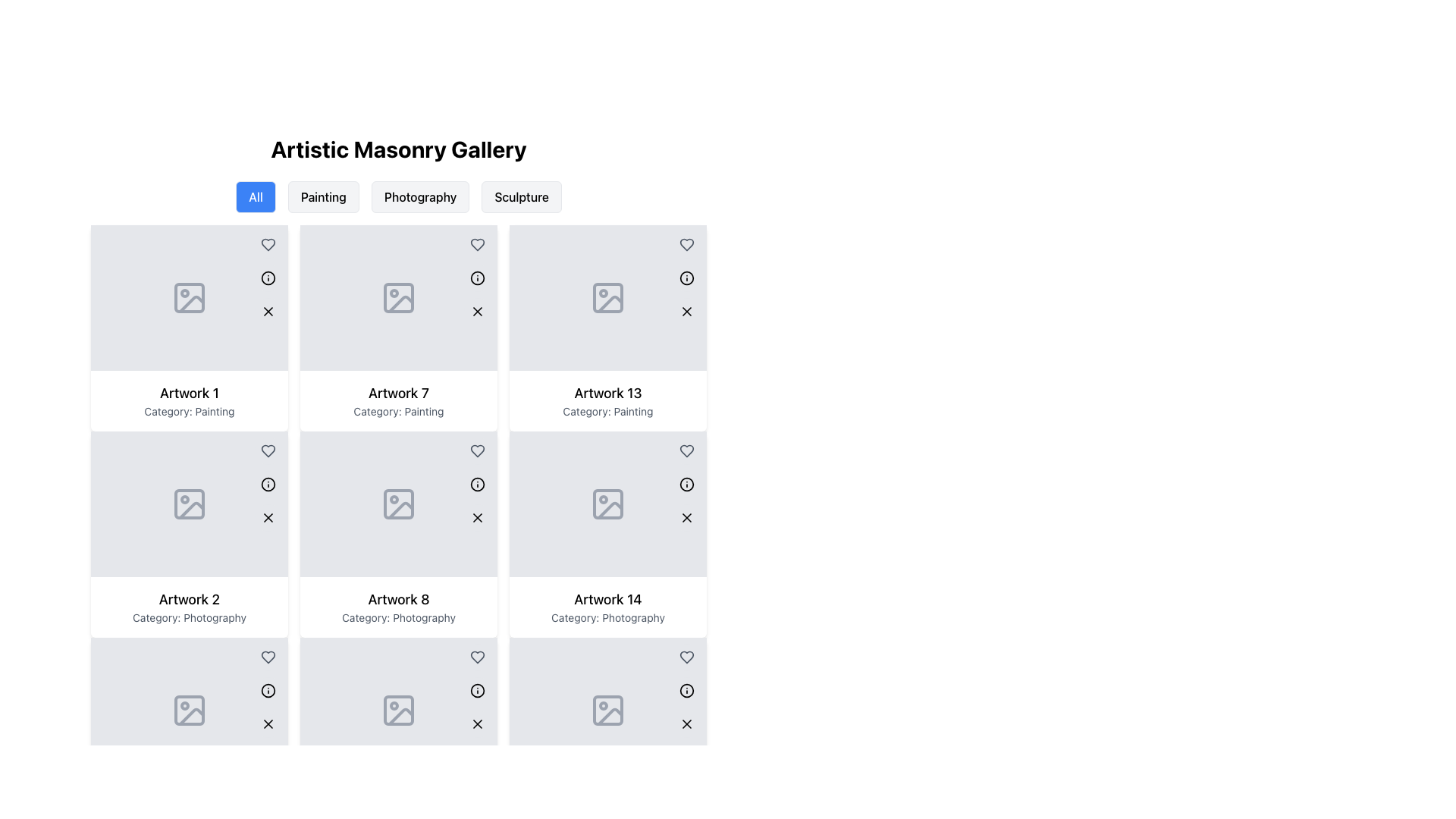 This screenshot has width=1456, height=819. Describe the element at coordinates (268, 450) in the screenshot. I see `the favorite icon located at the top-right corner of the card labeled 'Artwork 1'` at that location.